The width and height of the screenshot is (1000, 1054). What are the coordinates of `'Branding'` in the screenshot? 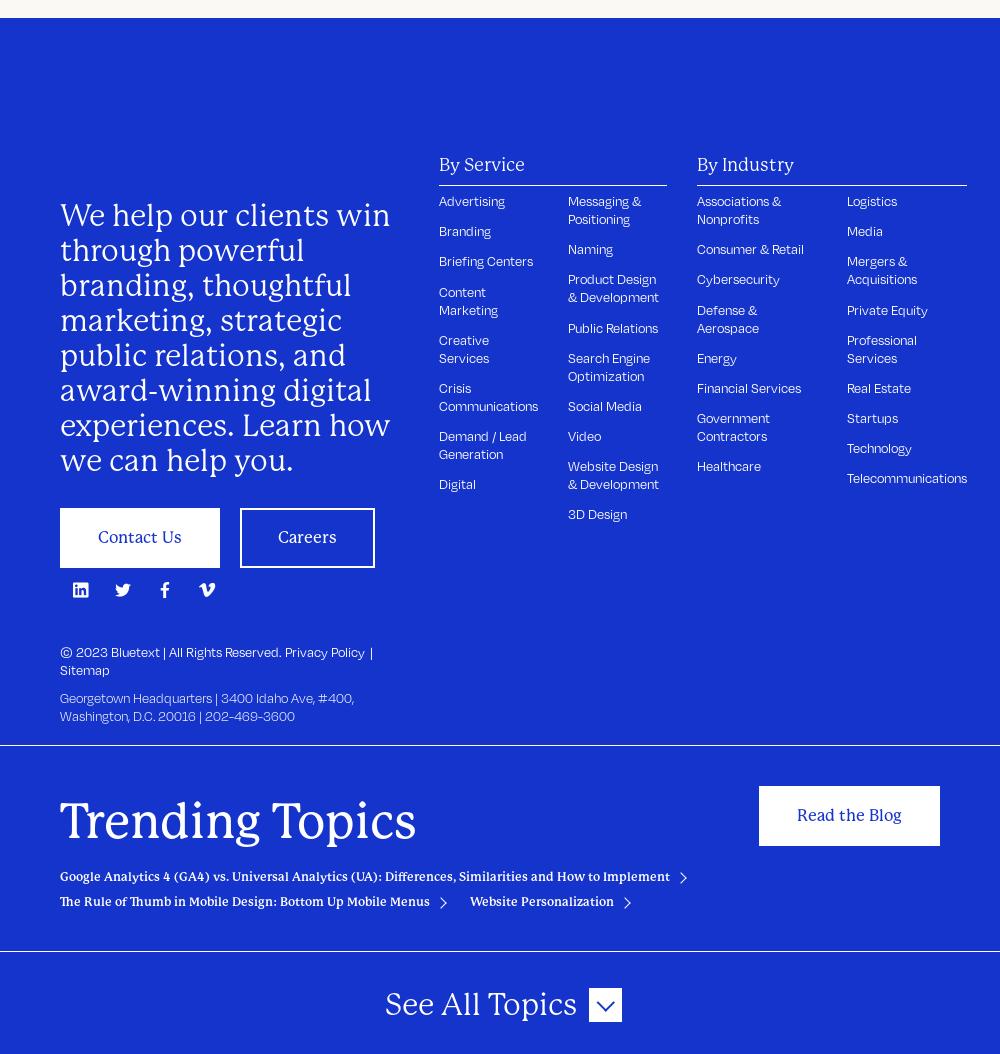 It's located at (438, 231).